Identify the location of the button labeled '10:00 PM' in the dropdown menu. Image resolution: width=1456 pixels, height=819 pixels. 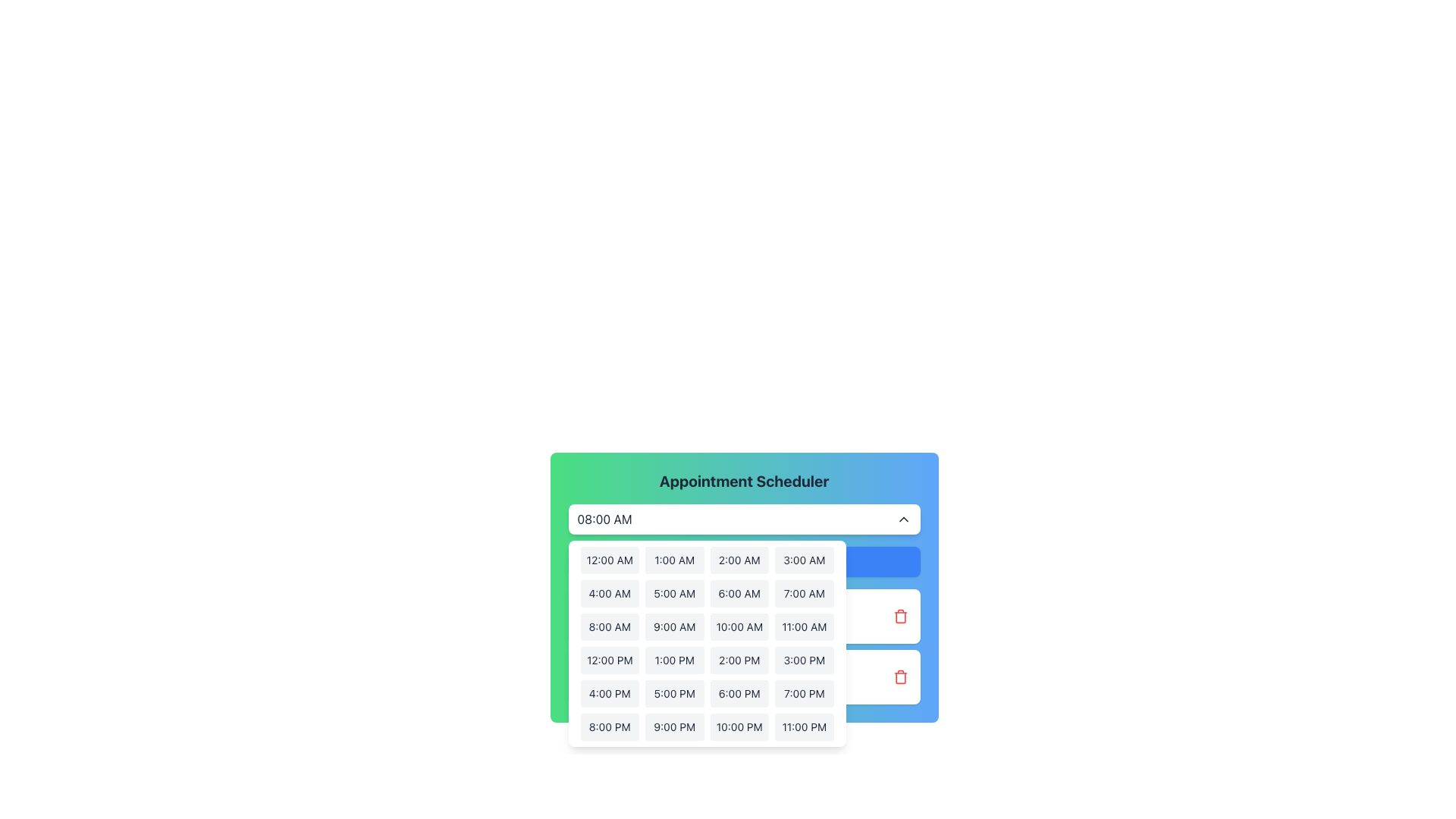
(739, 726).